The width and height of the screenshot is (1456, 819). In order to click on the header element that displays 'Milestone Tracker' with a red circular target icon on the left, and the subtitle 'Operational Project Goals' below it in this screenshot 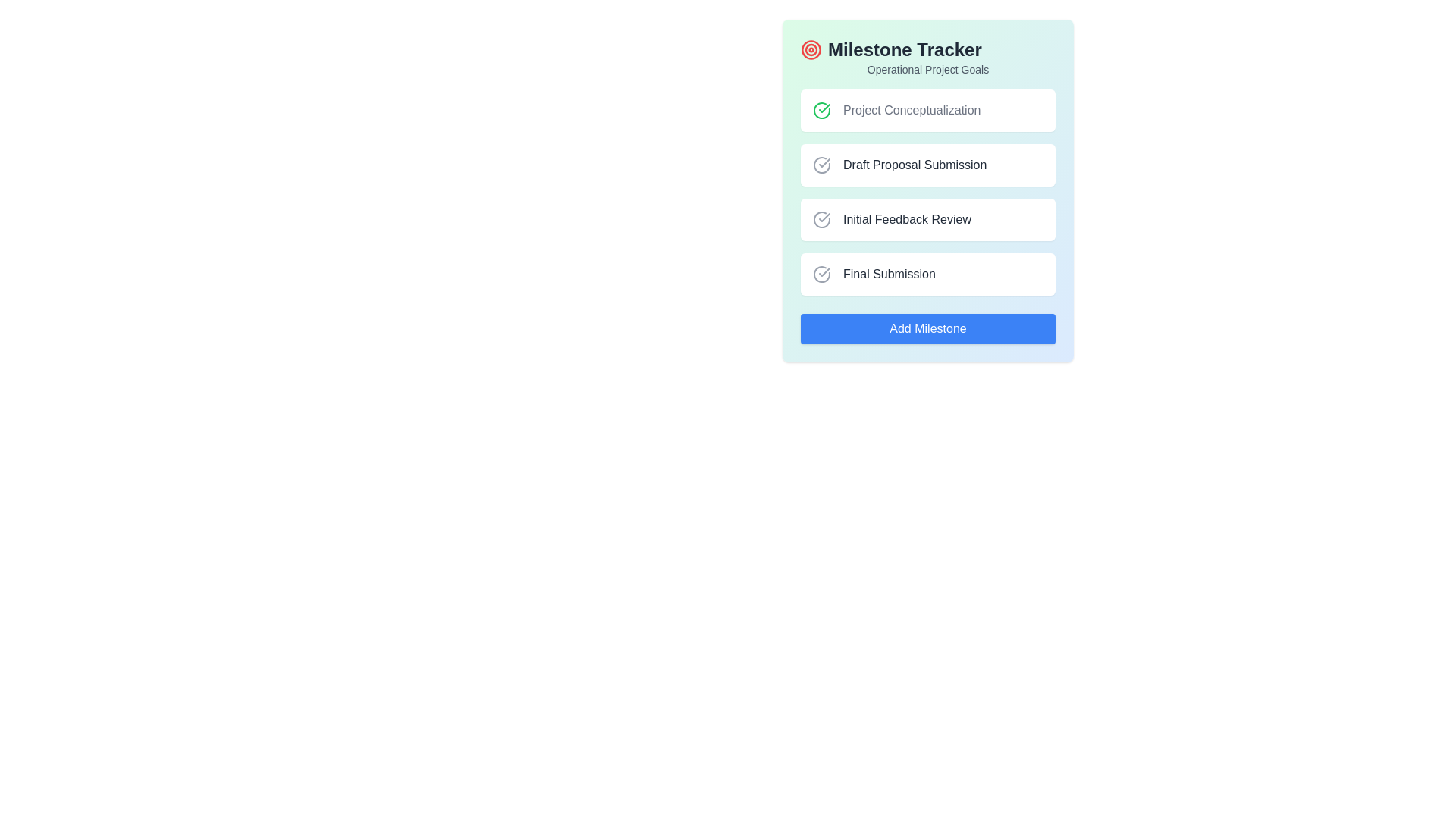, I will do `click(927, 57)`.